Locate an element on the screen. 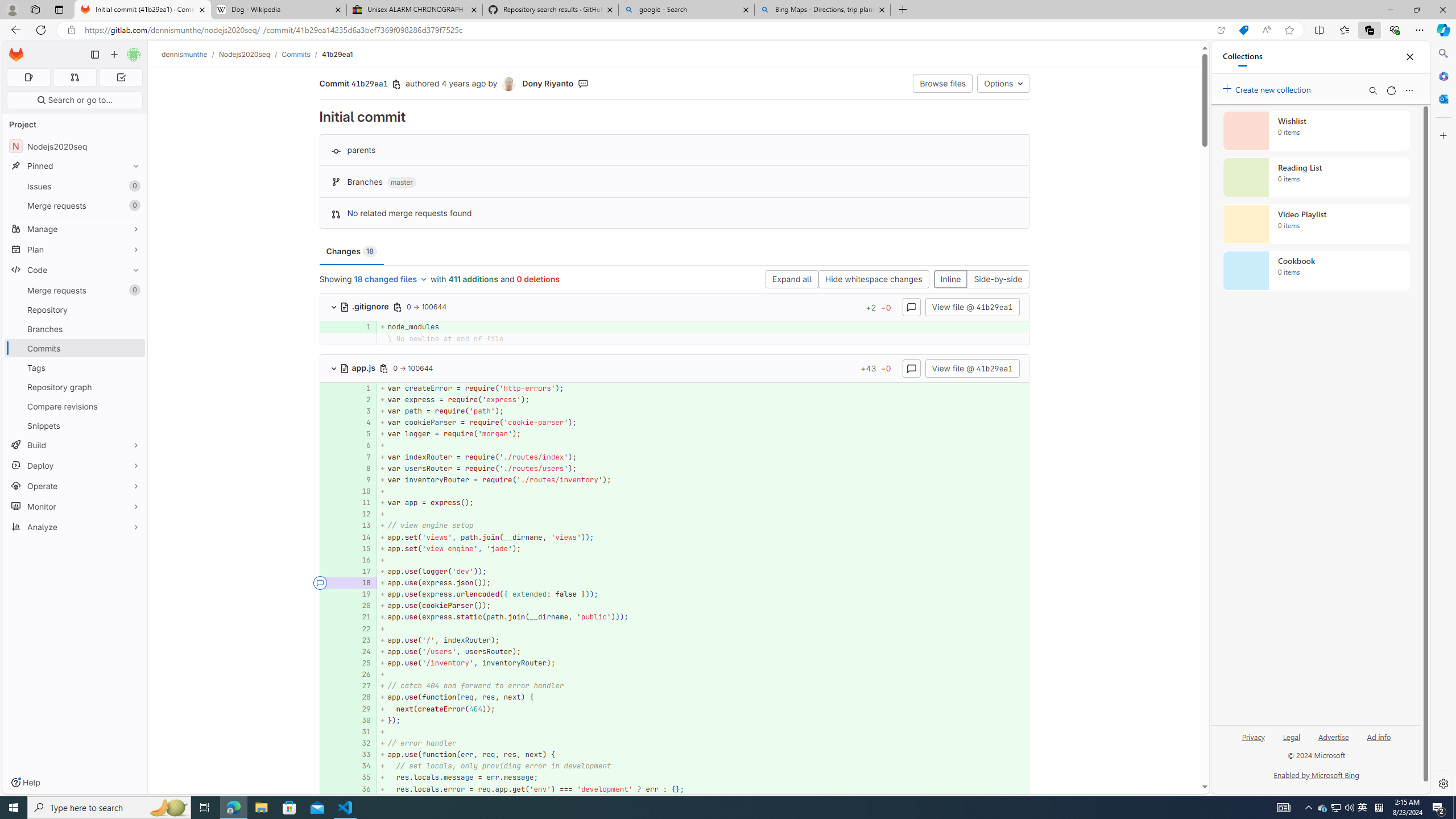 This screenshot has height=819, width=1456. 'Dony Riyanto' is located at coordinates (508, 84).